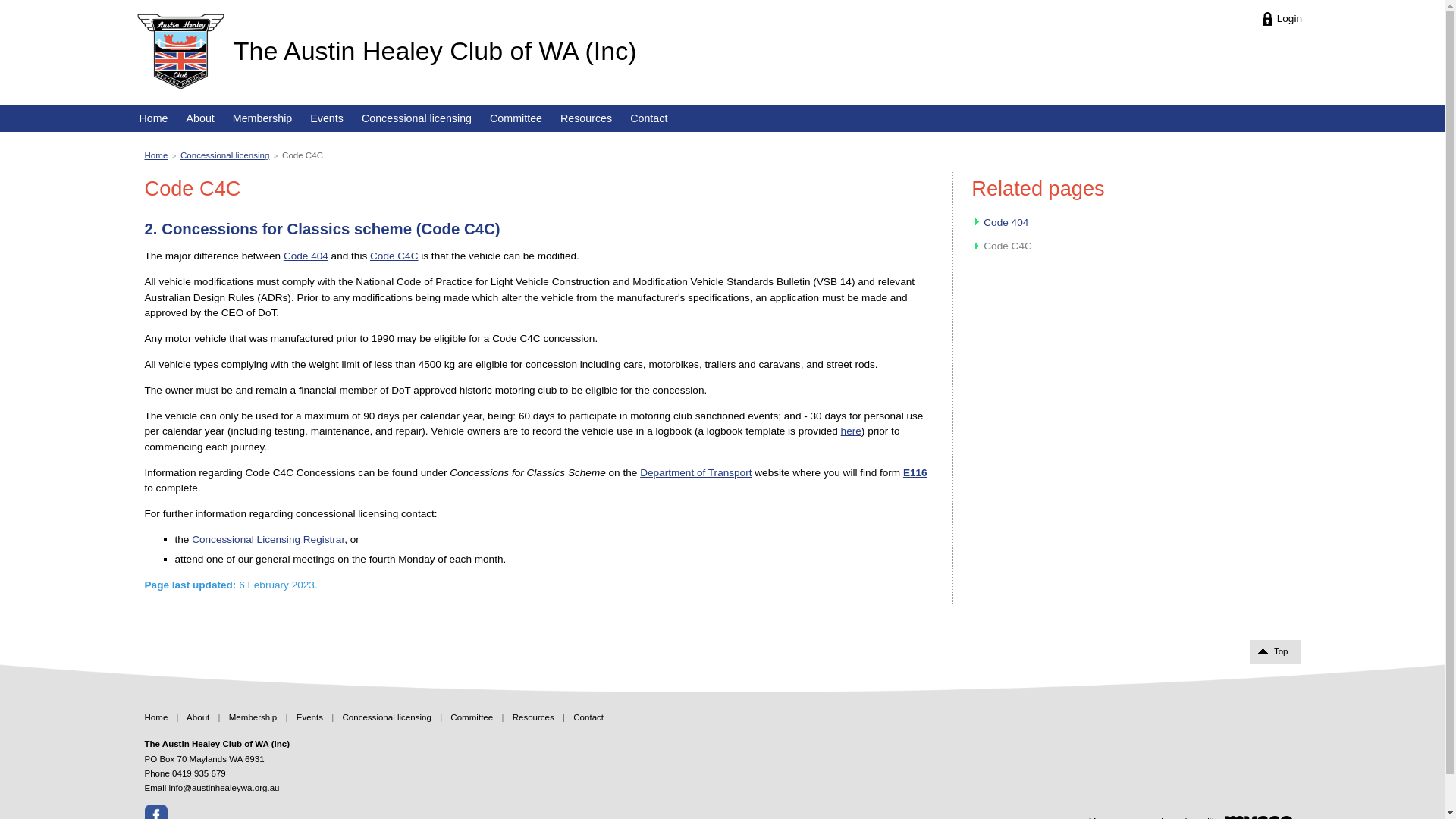  What do you see at coordinates (180, 50) in the screenshot?
I see `'Home page'` at bounding box center [180, 50].